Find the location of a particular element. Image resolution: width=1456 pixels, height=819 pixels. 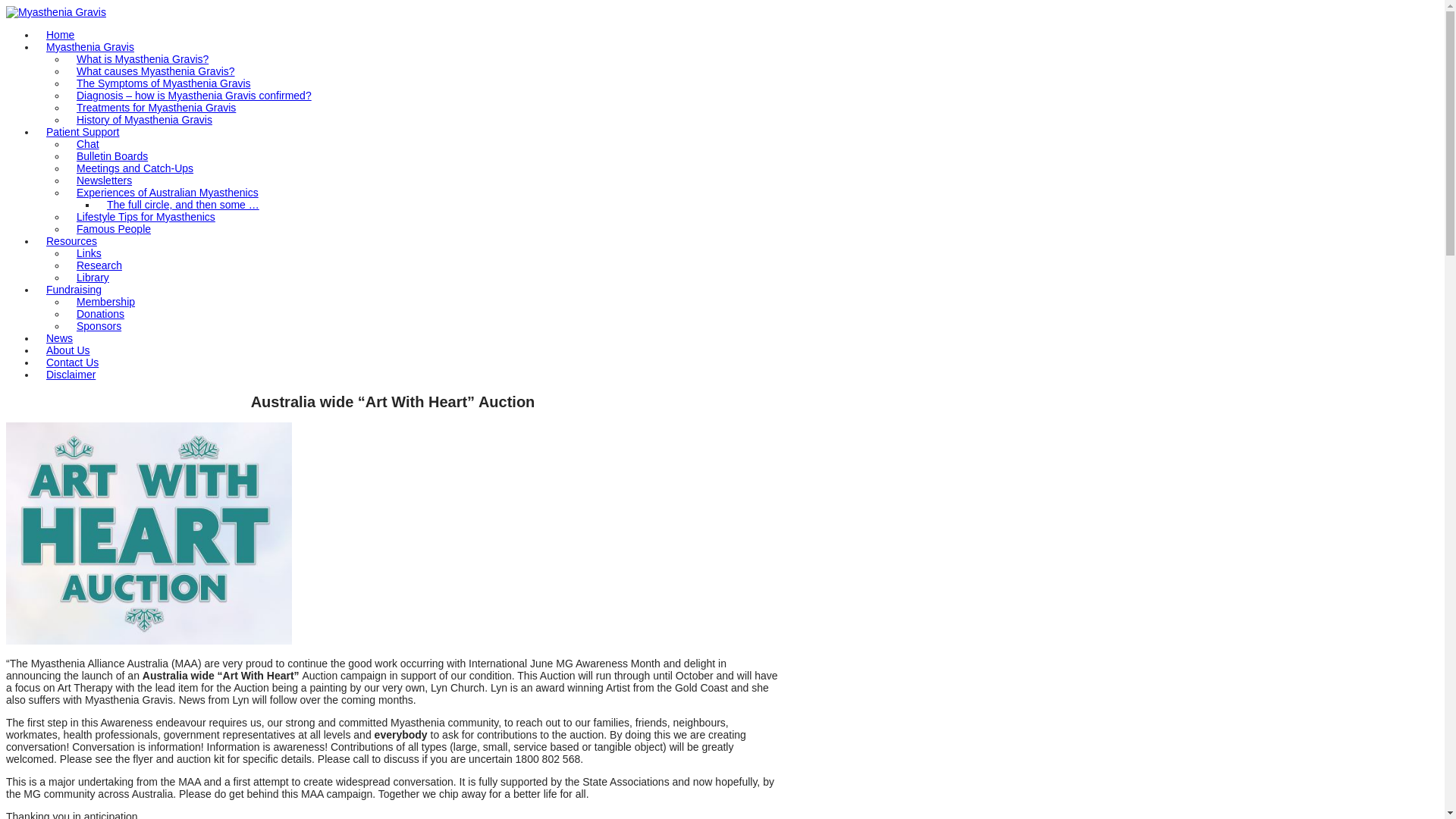

'Sponsors' is located at coordinates (65, 325).